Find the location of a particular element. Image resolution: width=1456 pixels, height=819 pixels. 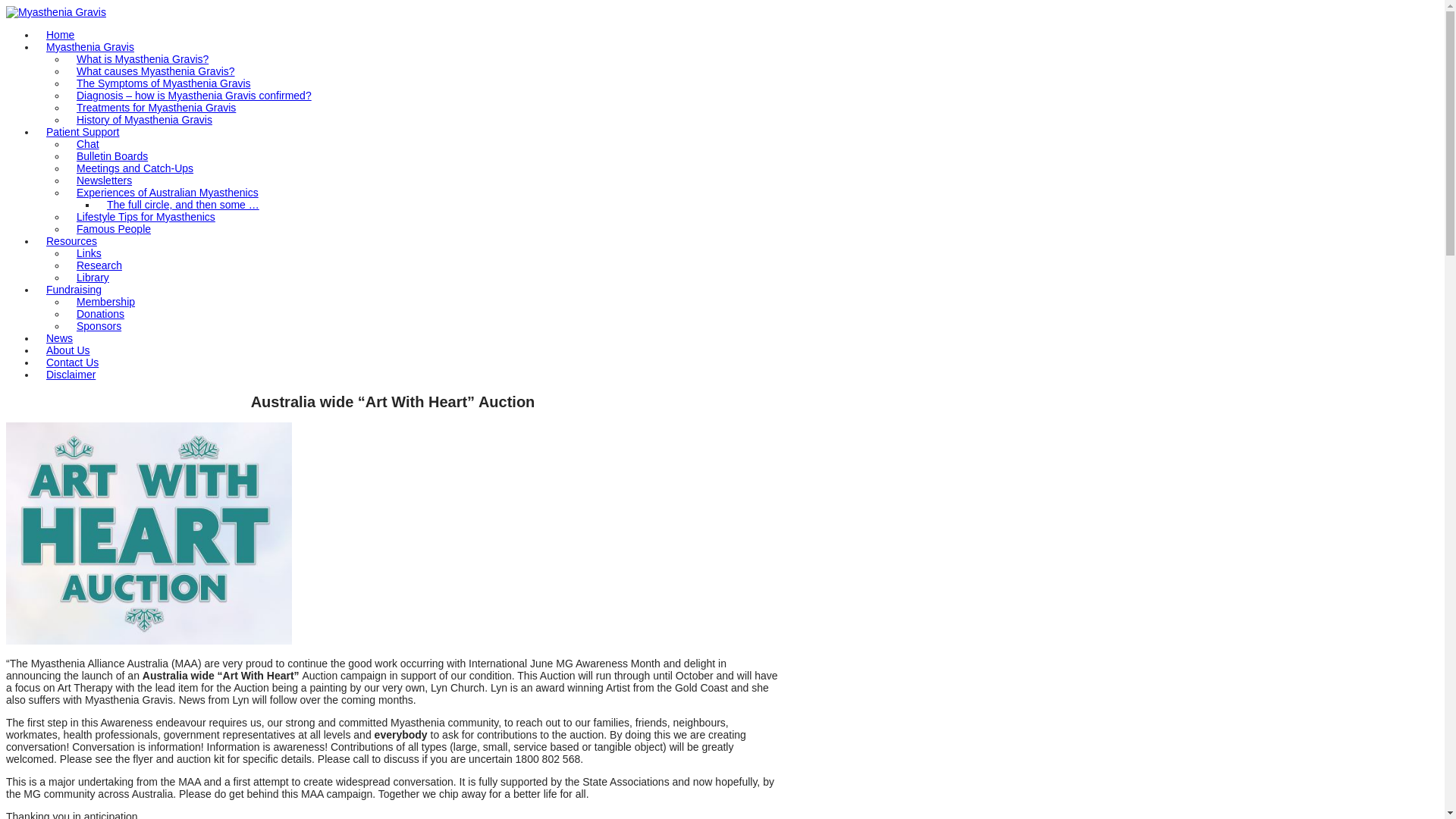

'Sponsors' is located at coordinates (65, 325).